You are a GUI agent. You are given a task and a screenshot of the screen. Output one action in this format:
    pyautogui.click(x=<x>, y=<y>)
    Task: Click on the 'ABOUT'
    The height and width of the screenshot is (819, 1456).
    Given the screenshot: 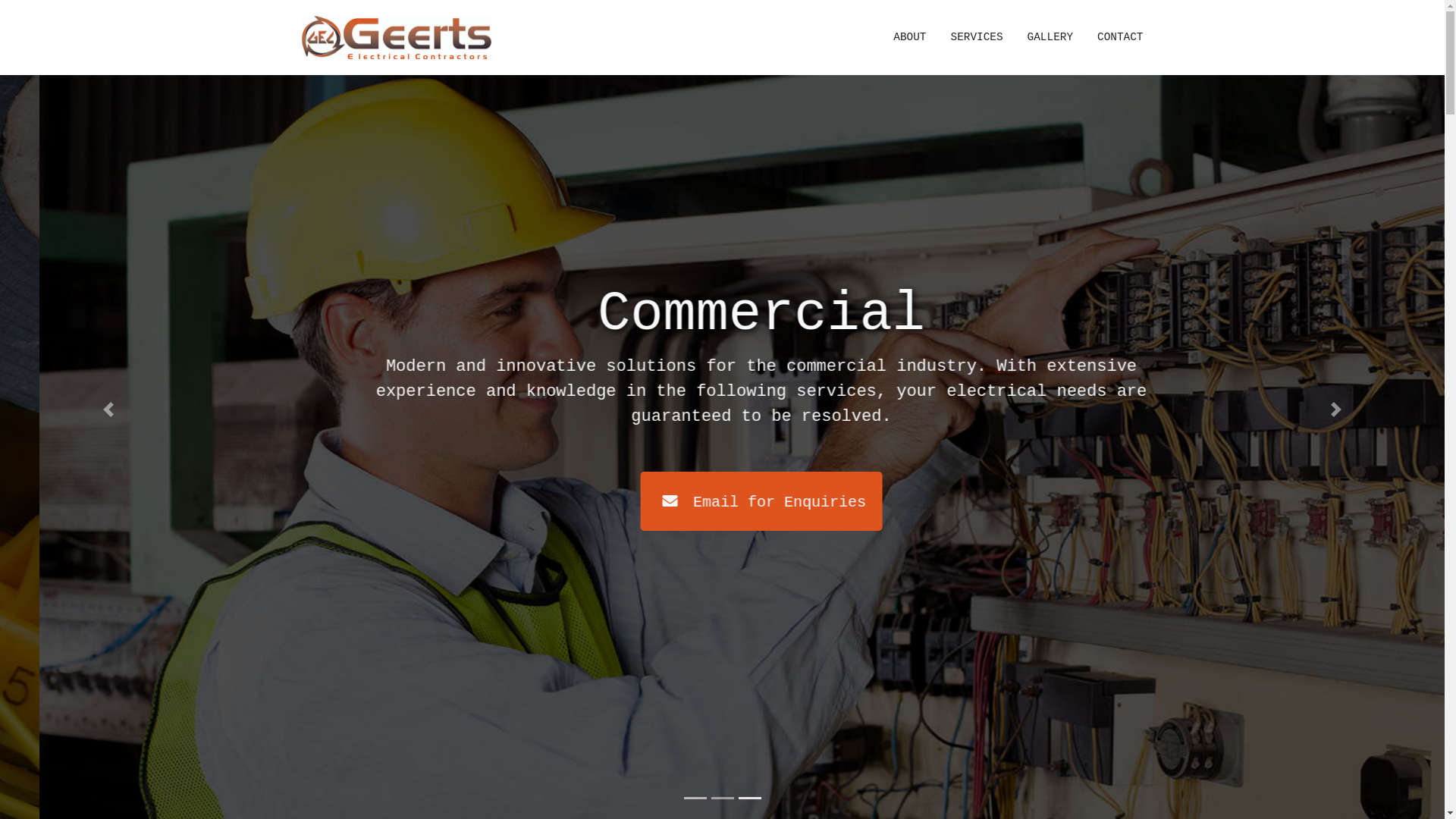 What is the action you would take?
    pyautogui.click(x=909, y=37)
    